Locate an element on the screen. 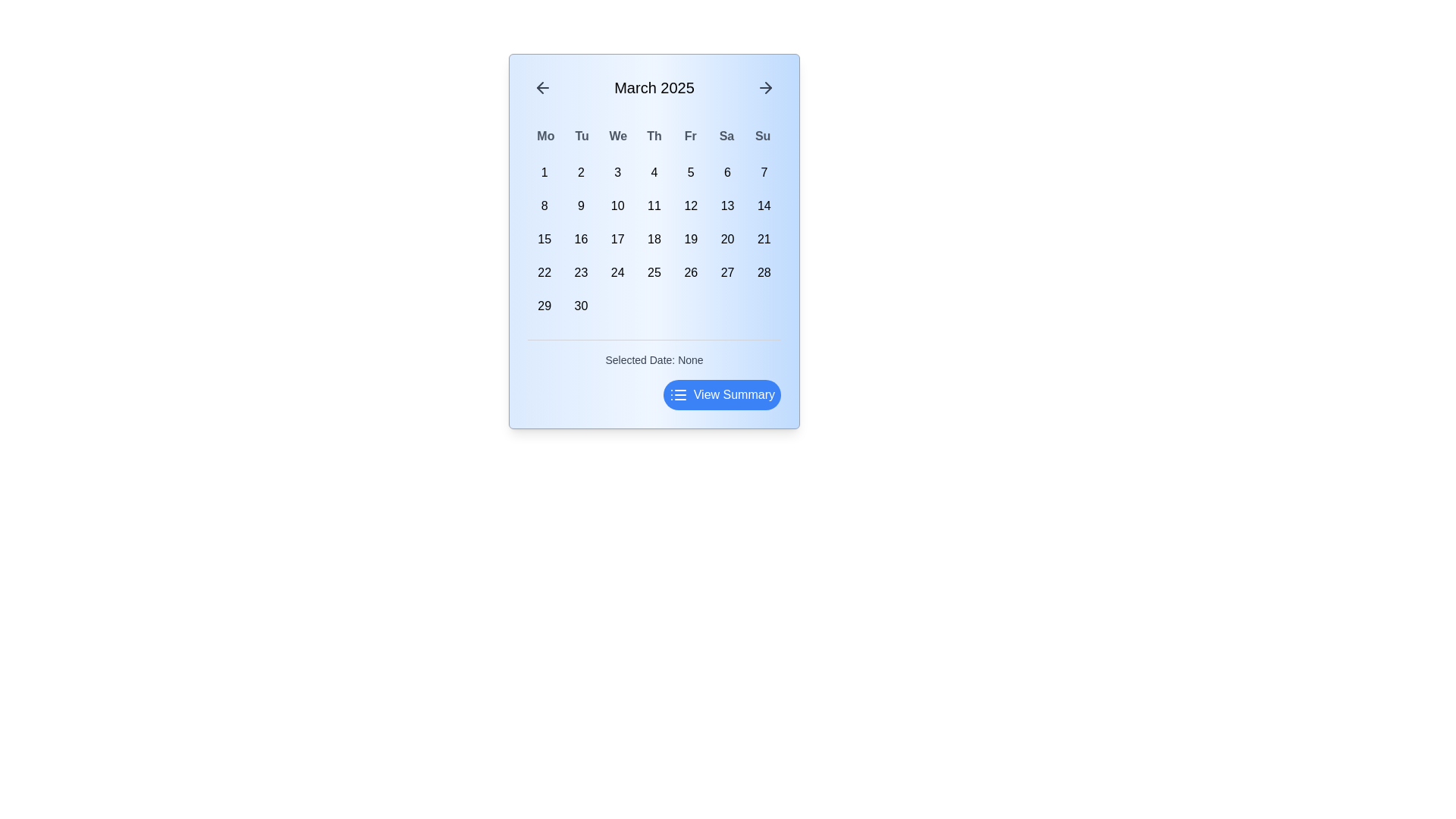  the circular button with a light background and bold text '19' centered within it is located at coordinates (690, 239).